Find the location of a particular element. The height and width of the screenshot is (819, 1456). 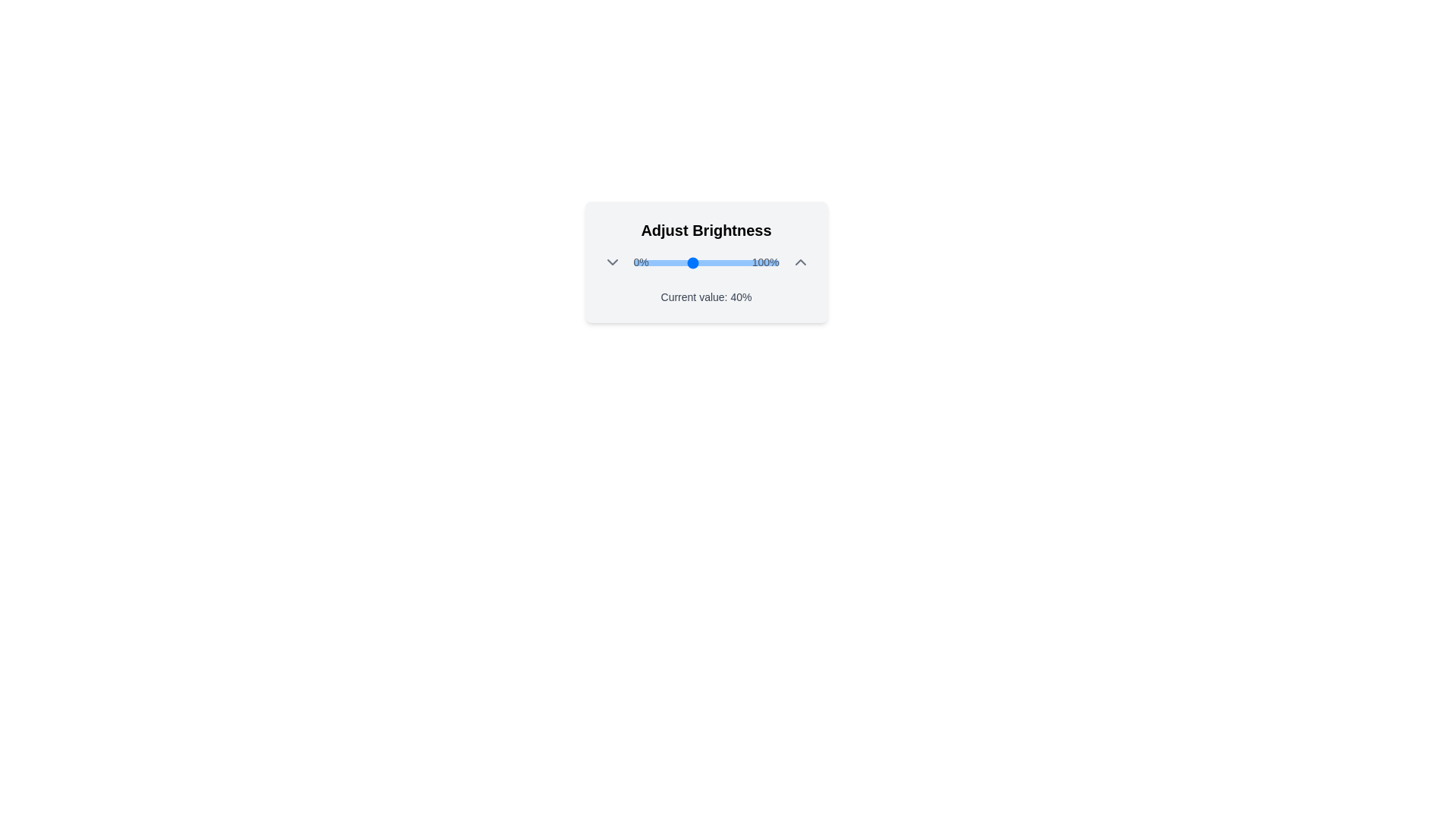

brightness level is located at coordinates (695, 262).